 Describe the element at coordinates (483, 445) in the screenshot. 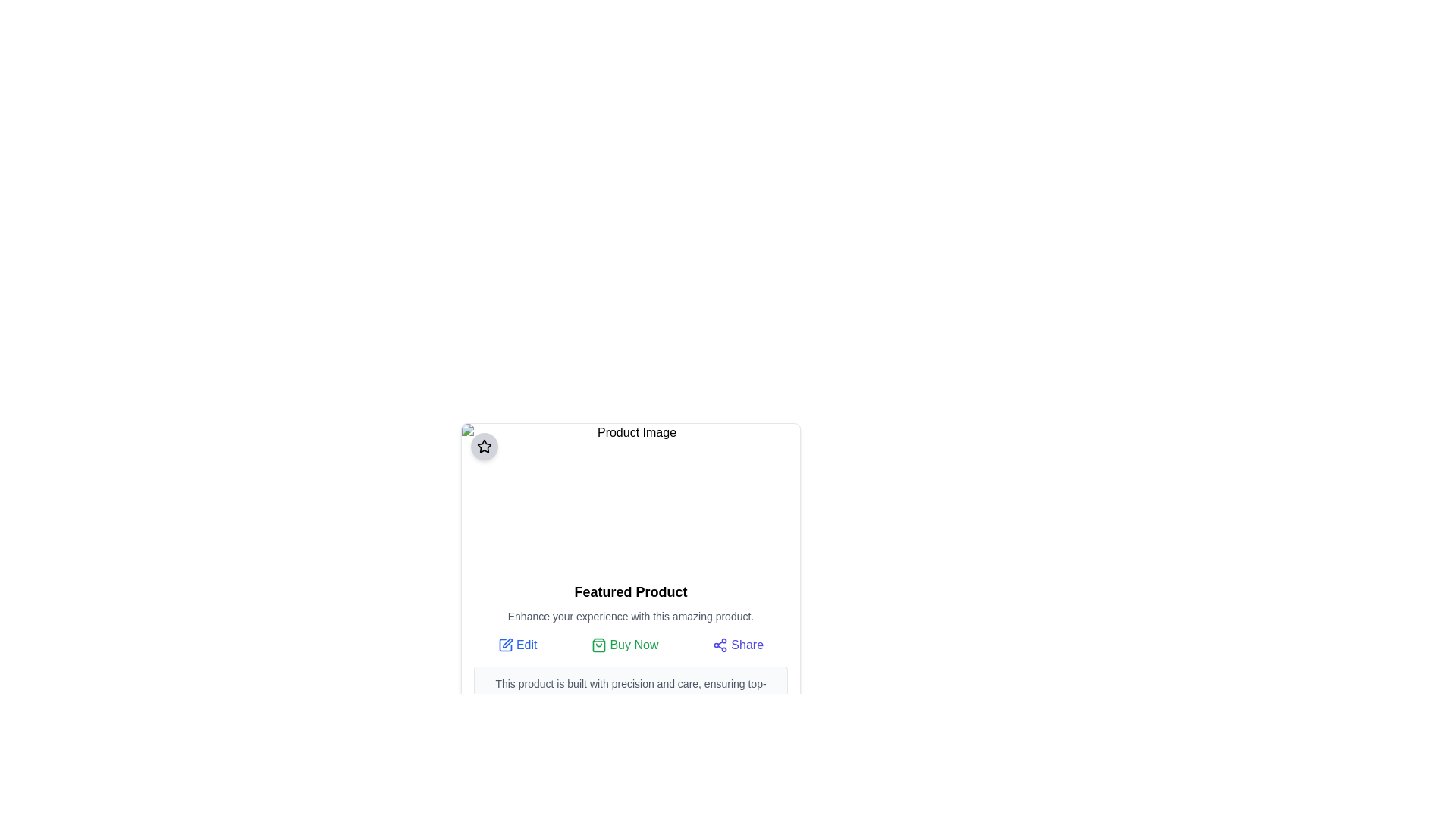

I see `the star-shaped vector graphic icon that is styled with strokes and no fill, located at the top-center of the interface's content` at that location.